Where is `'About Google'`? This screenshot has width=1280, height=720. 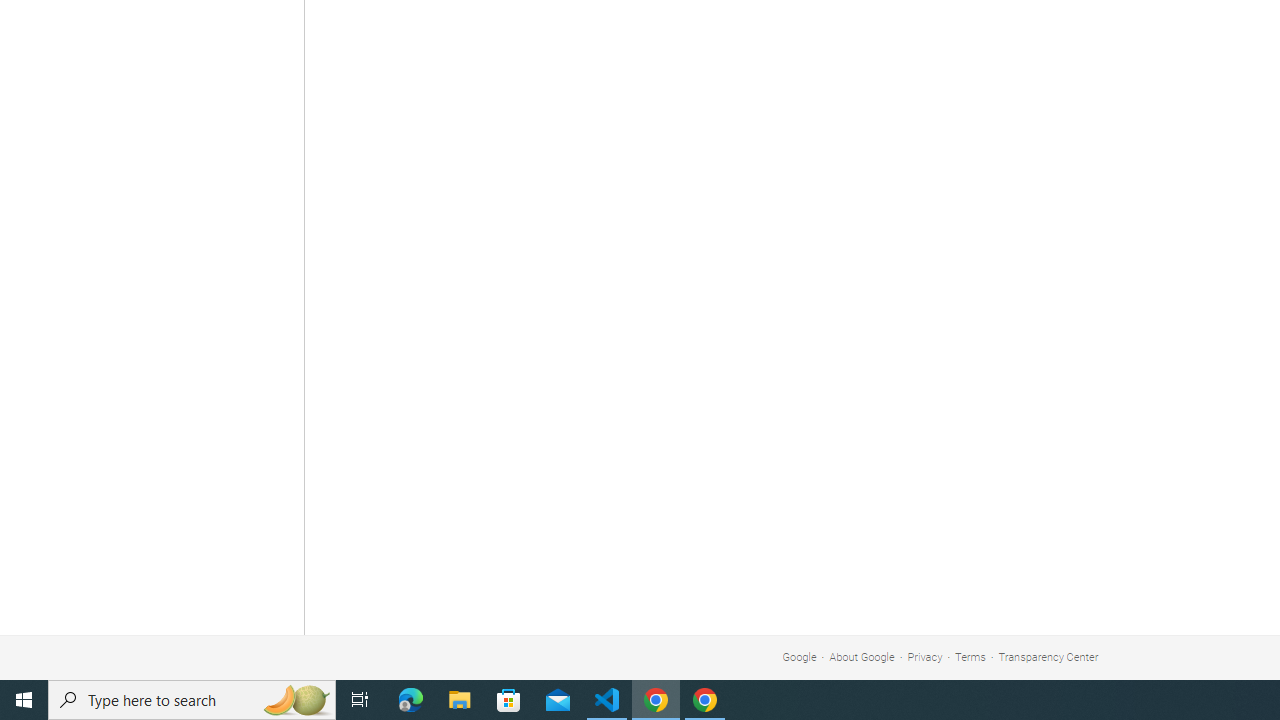 'About Google' is located at coordinates (862, 657).